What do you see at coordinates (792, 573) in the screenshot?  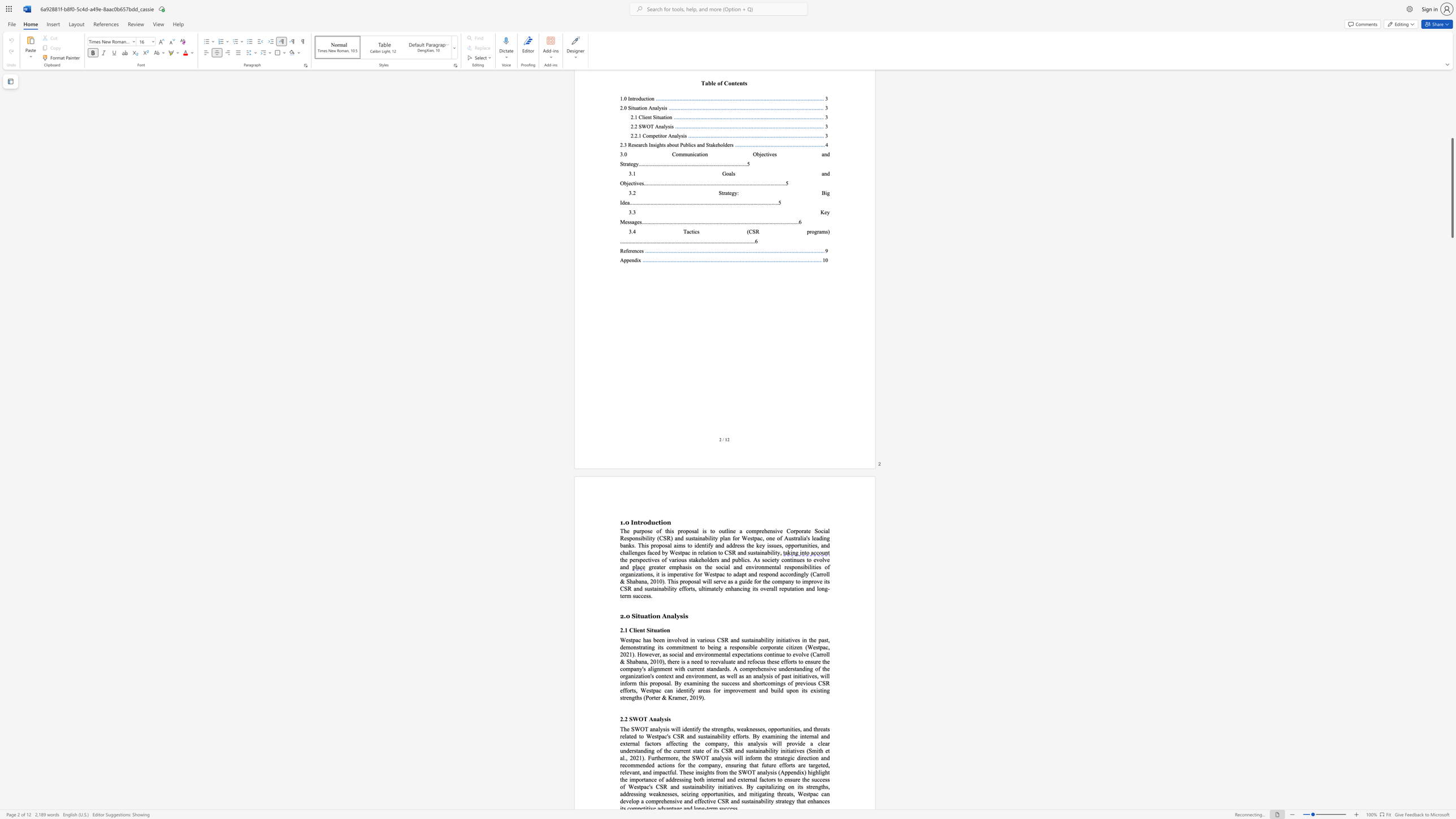 I see `the 9th character "r" in the text` at bounding box center [792, 573].